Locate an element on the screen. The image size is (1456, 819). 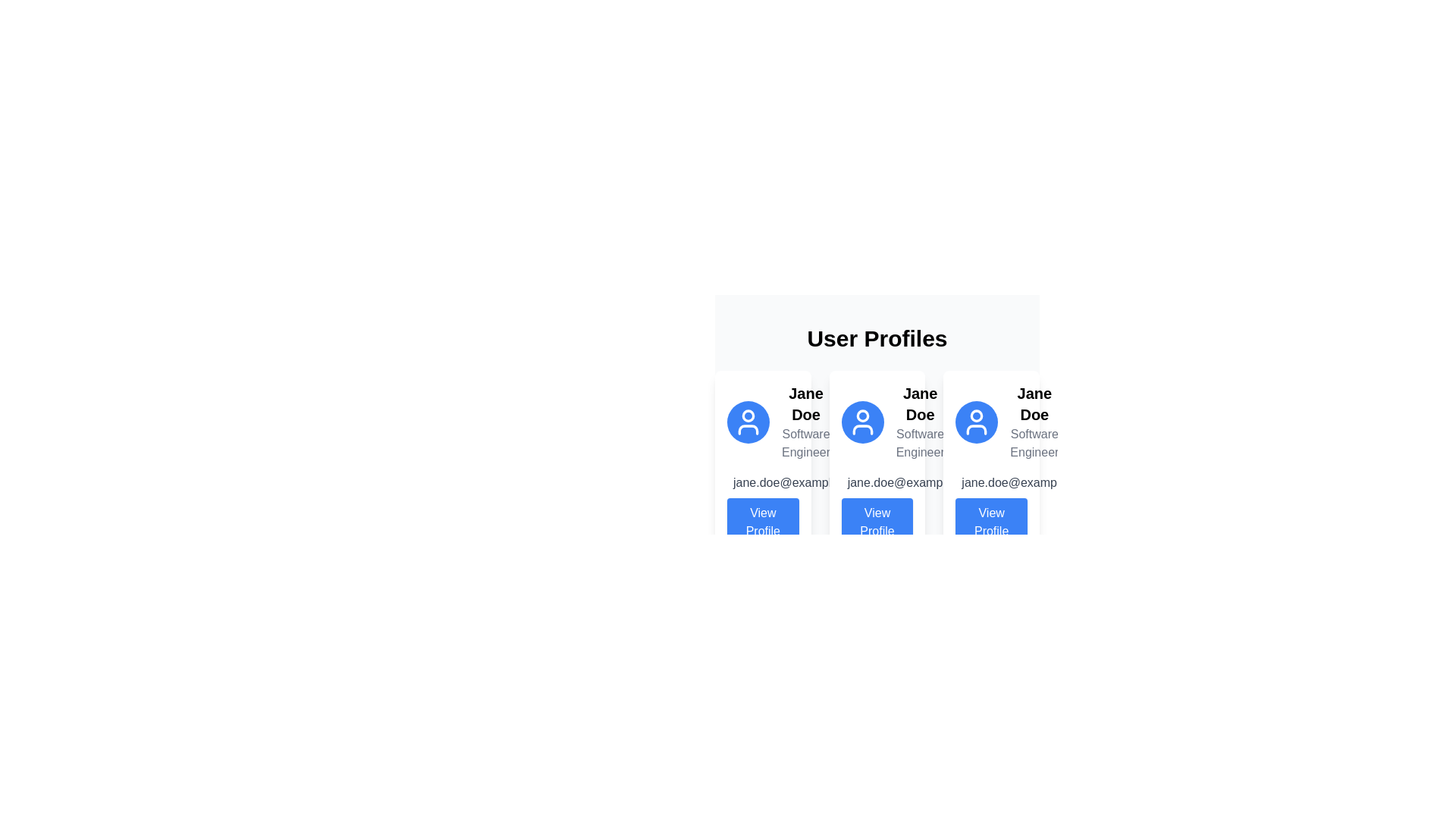
the SVG-based user profile icon located in the first user profile card, centered within the blue circle at the top of the card is located at coordinates (748, 422).